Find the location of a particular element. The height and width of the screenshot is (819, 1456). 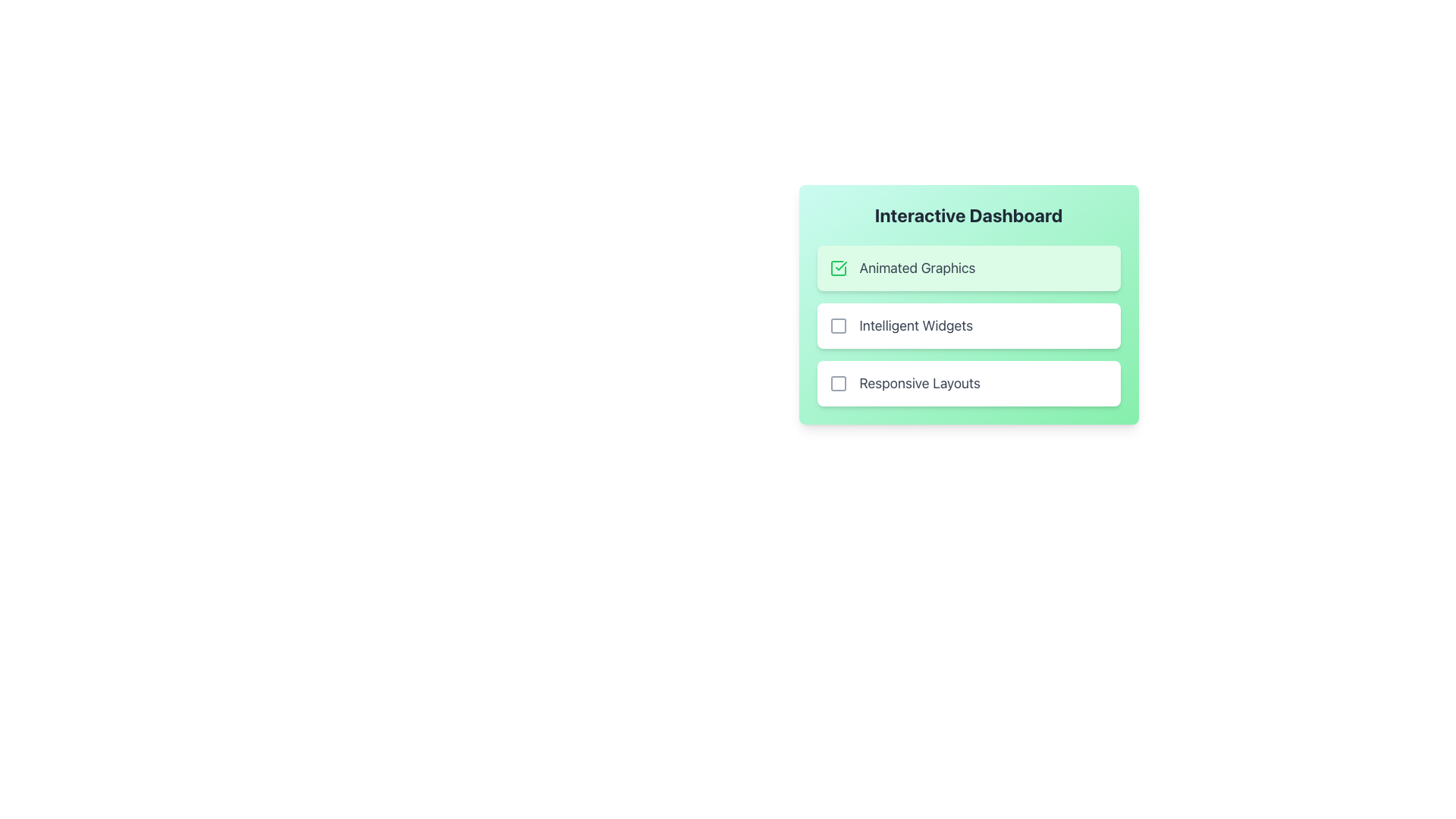

the checkbox labeled 'Intelligent Widgets' is located at coordinates (901, 325).